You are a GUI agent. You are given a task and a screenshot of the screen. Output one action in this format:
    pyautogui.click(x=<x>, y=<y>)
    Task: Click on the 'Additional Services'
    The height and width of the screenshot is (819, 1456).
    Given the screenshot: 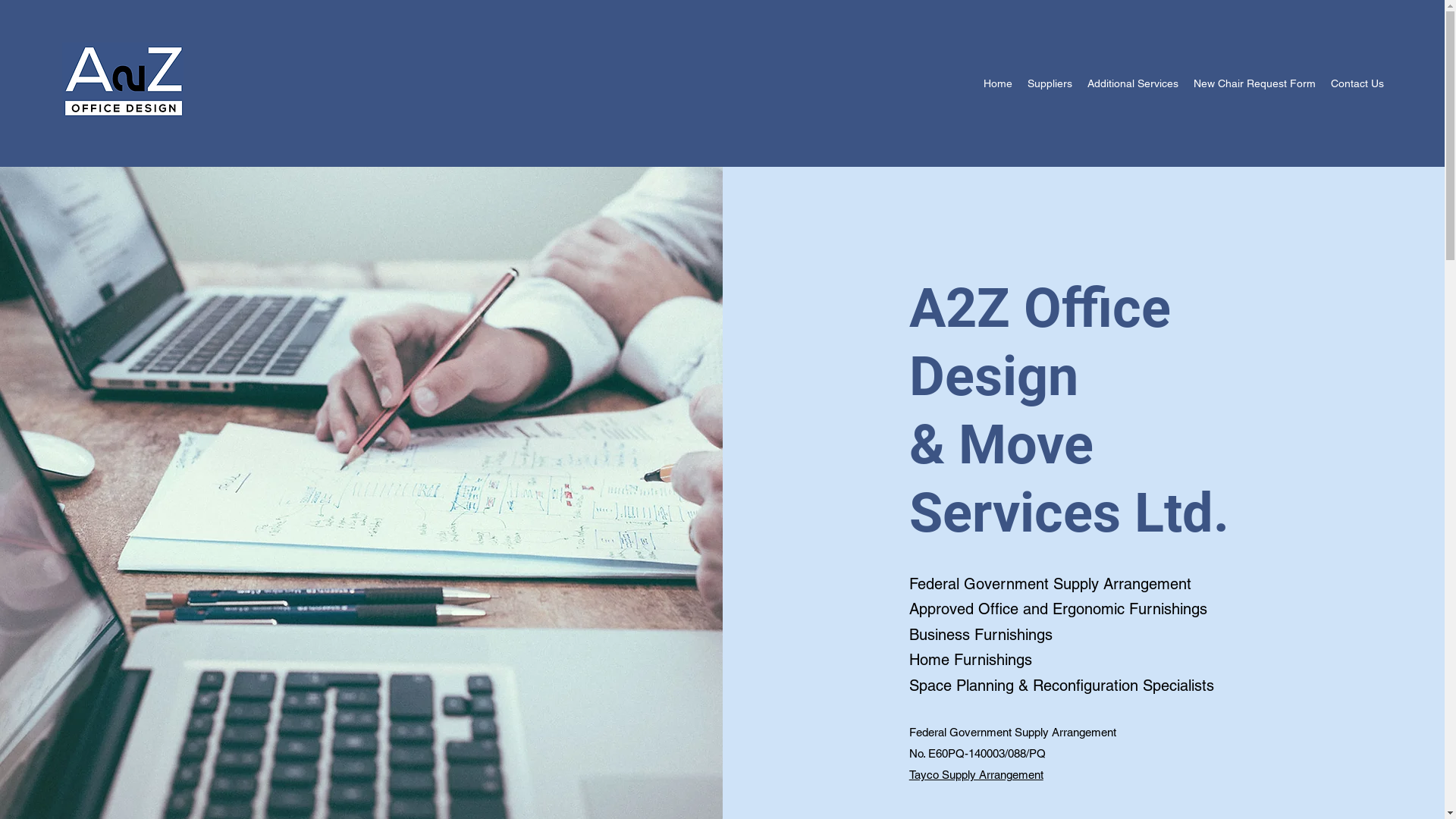 What is the action you would take?
    pyautogui.click(x=1132, y=83)
    